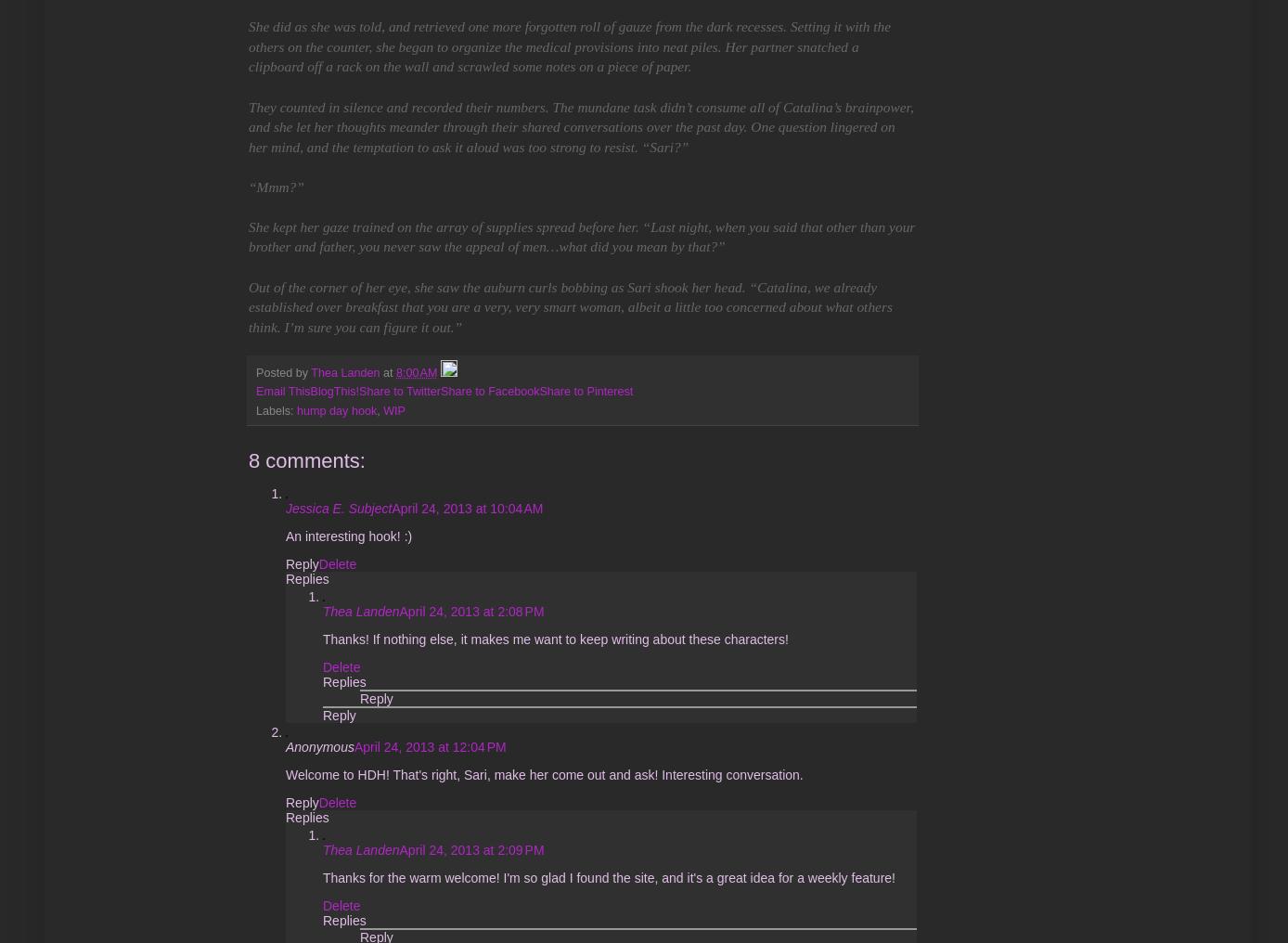 The width and height of the screenshot is (1288, 943). Describe the element at coordinates (471, 849) in the screenshot. I see `'April 24, 2013 at 2:09 PM'` at that location.